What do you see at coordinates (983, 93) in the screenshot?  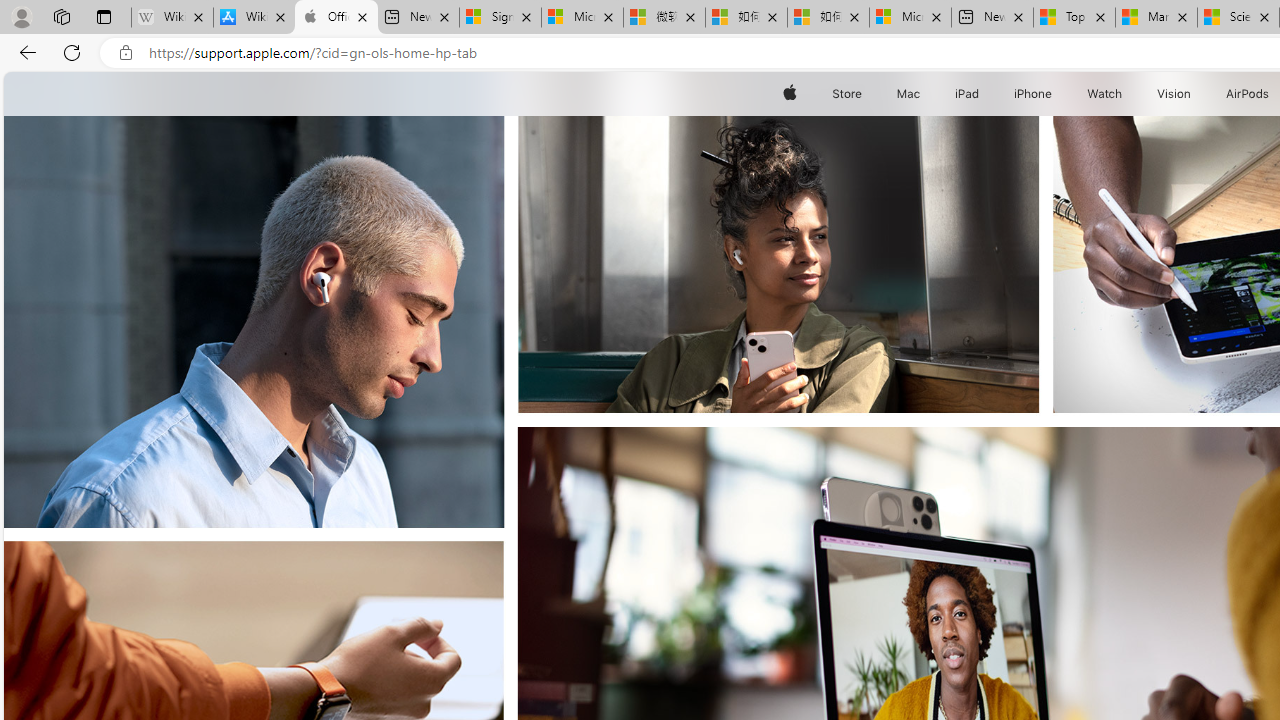 I see `'iPad menu'` at bounding box center [983, 93].